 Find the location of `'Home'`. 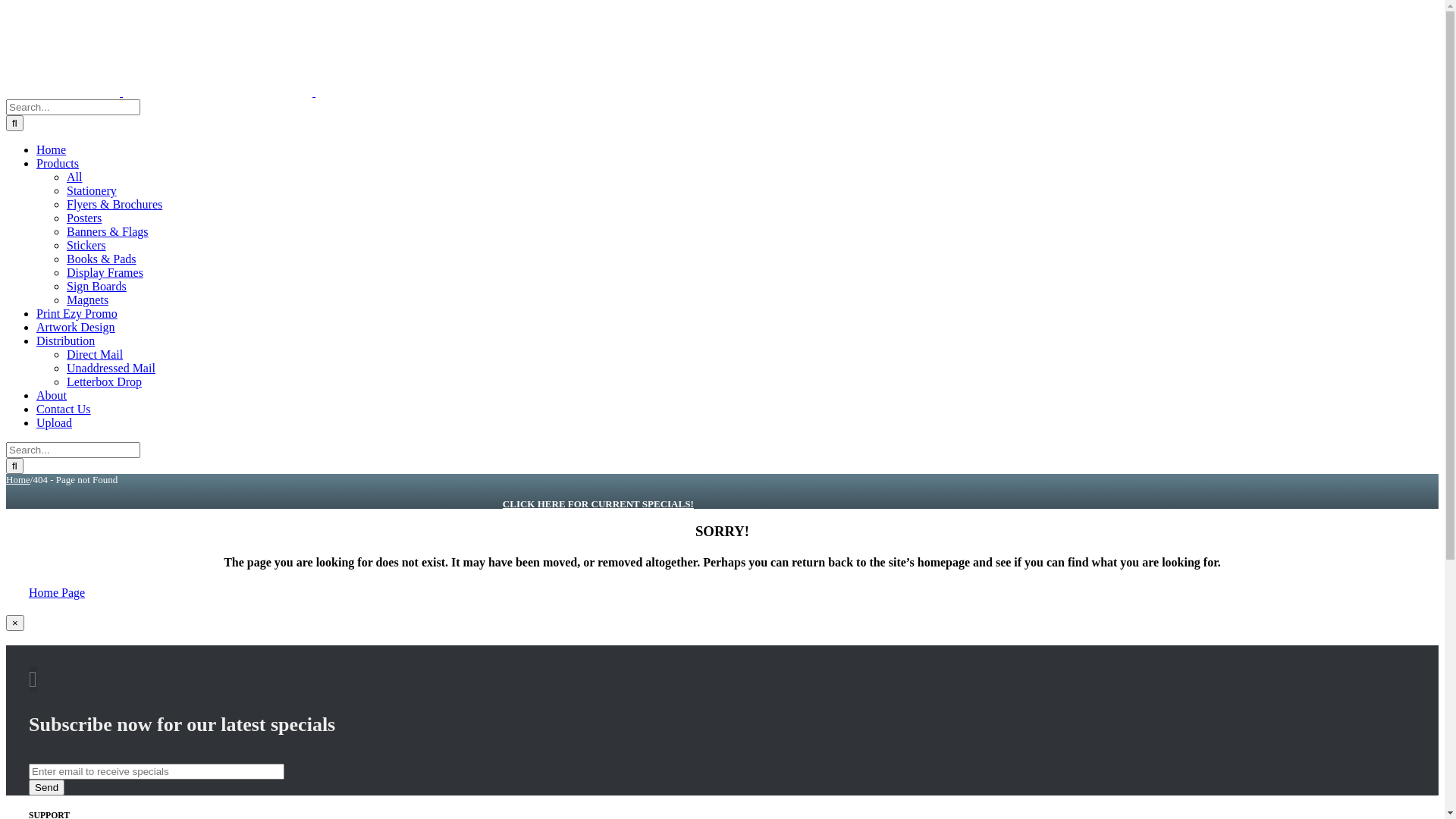

'Home' is located at coordinates (18, 479).